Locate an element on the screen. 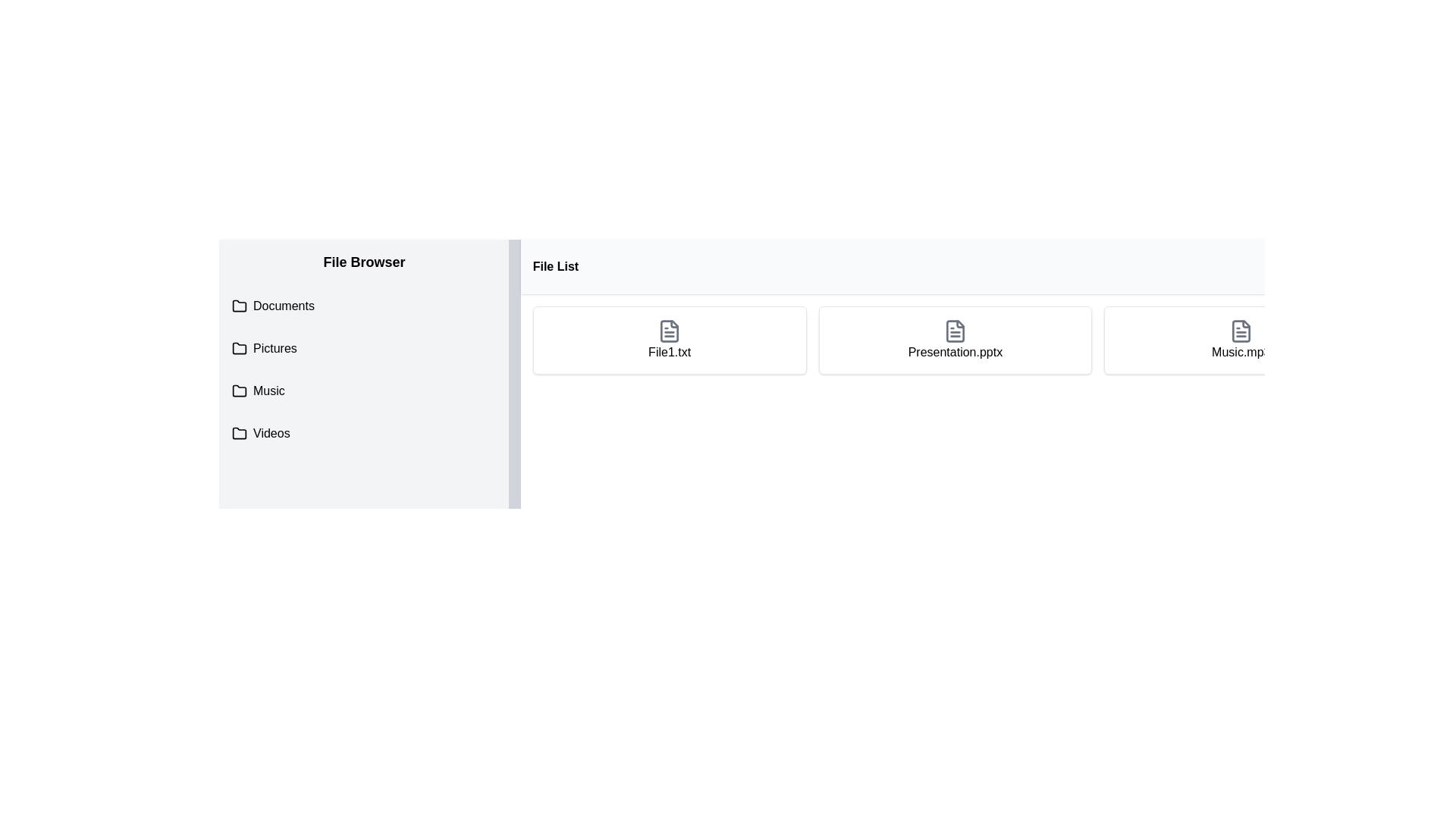 The width and height of the screenshot is (1456, 819). the document icon with a minimalist design located above the 'Music.mp3' text label in the file list section is located at coordinates (1241, 330).